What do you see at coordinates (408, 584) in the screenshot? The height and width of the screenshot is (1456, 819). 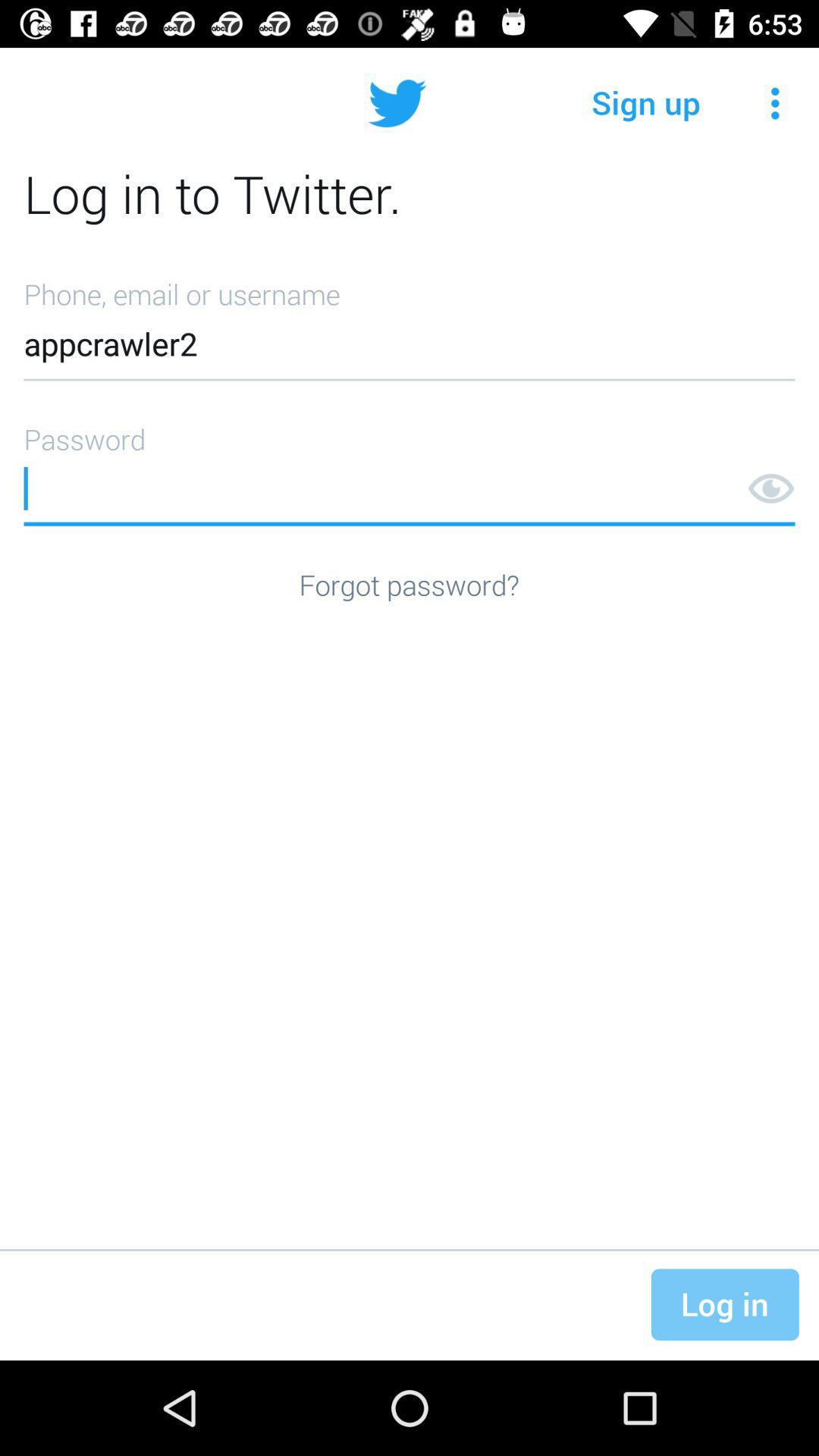 I see `the forgot password?` at bounding box center [408, 584].